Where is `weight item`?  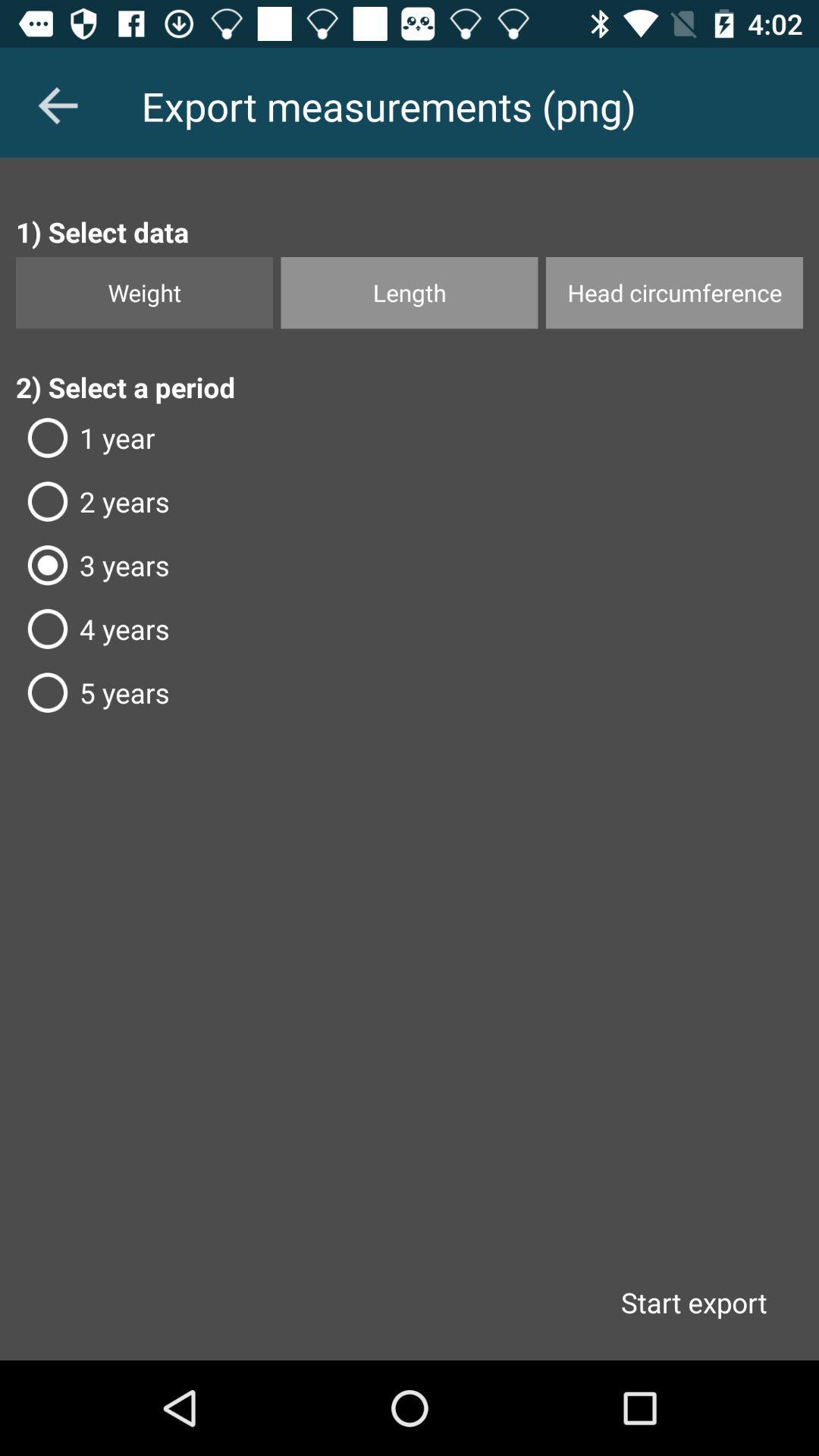
weight item is located at coordinates (144, 293).